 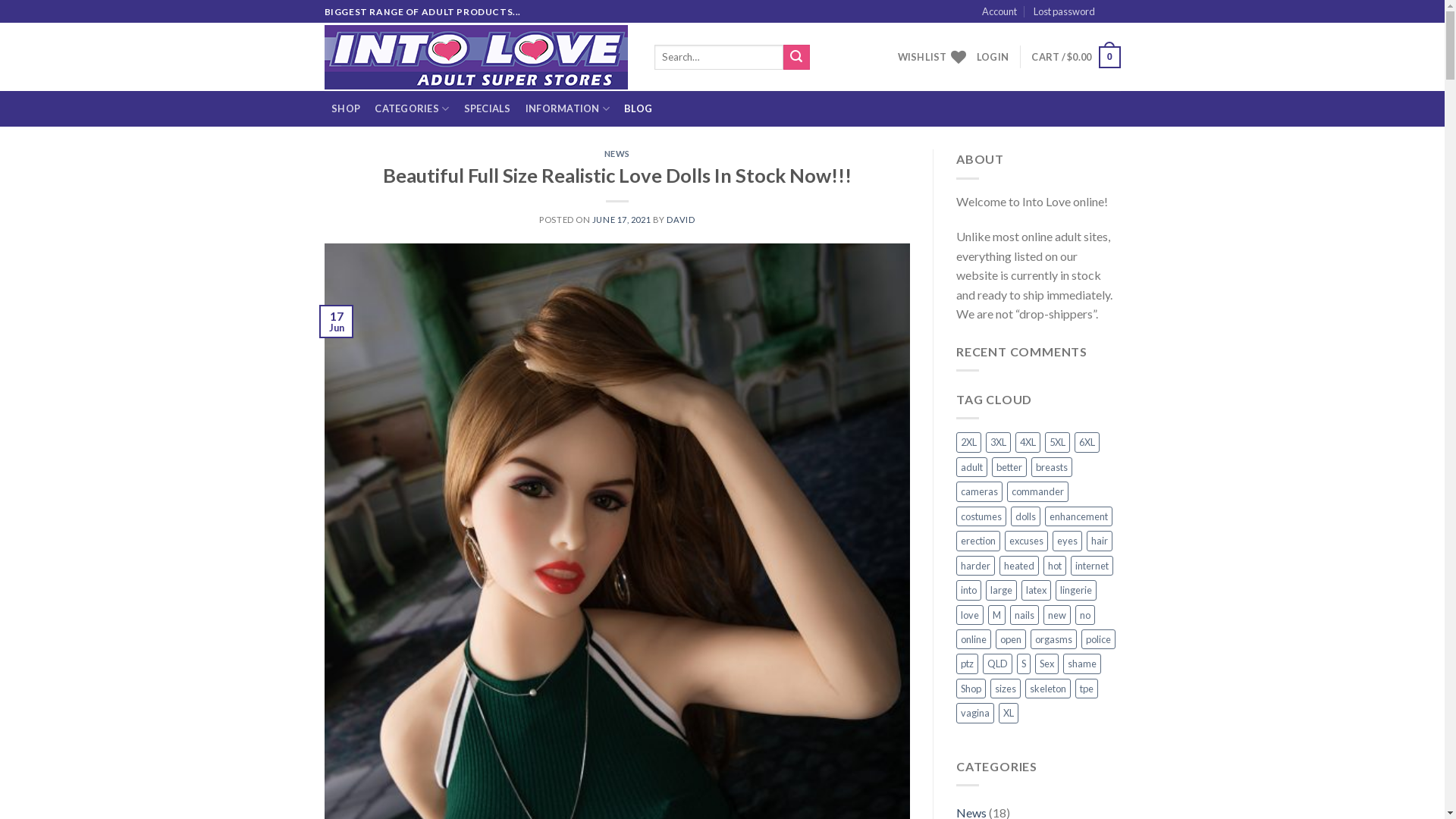 I want to click on 'Sex', so click(x=1046, y=663).